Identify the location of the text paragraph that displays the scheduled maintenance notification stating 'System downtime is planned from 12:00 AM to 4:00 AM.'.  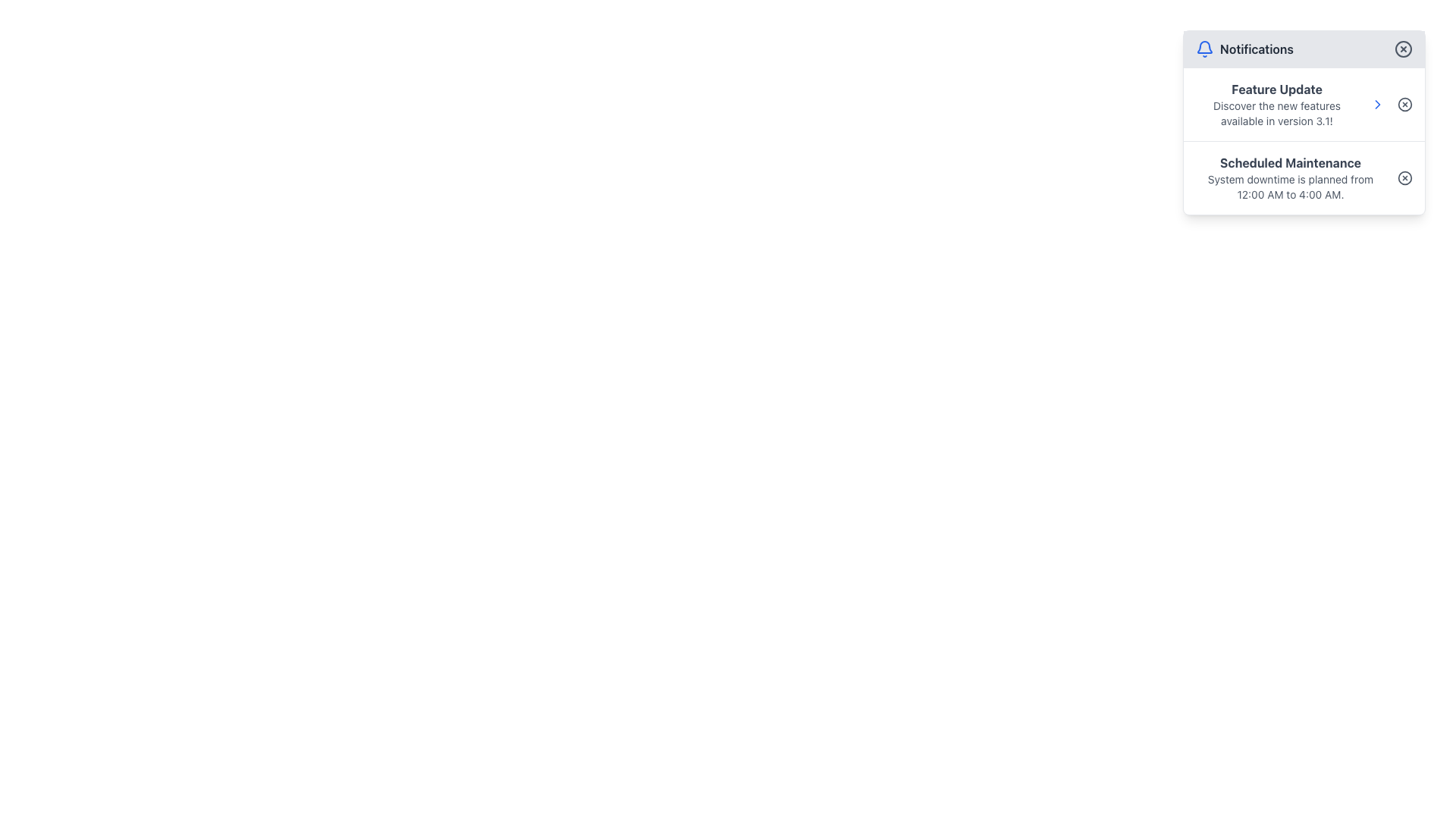
(1290, 186).